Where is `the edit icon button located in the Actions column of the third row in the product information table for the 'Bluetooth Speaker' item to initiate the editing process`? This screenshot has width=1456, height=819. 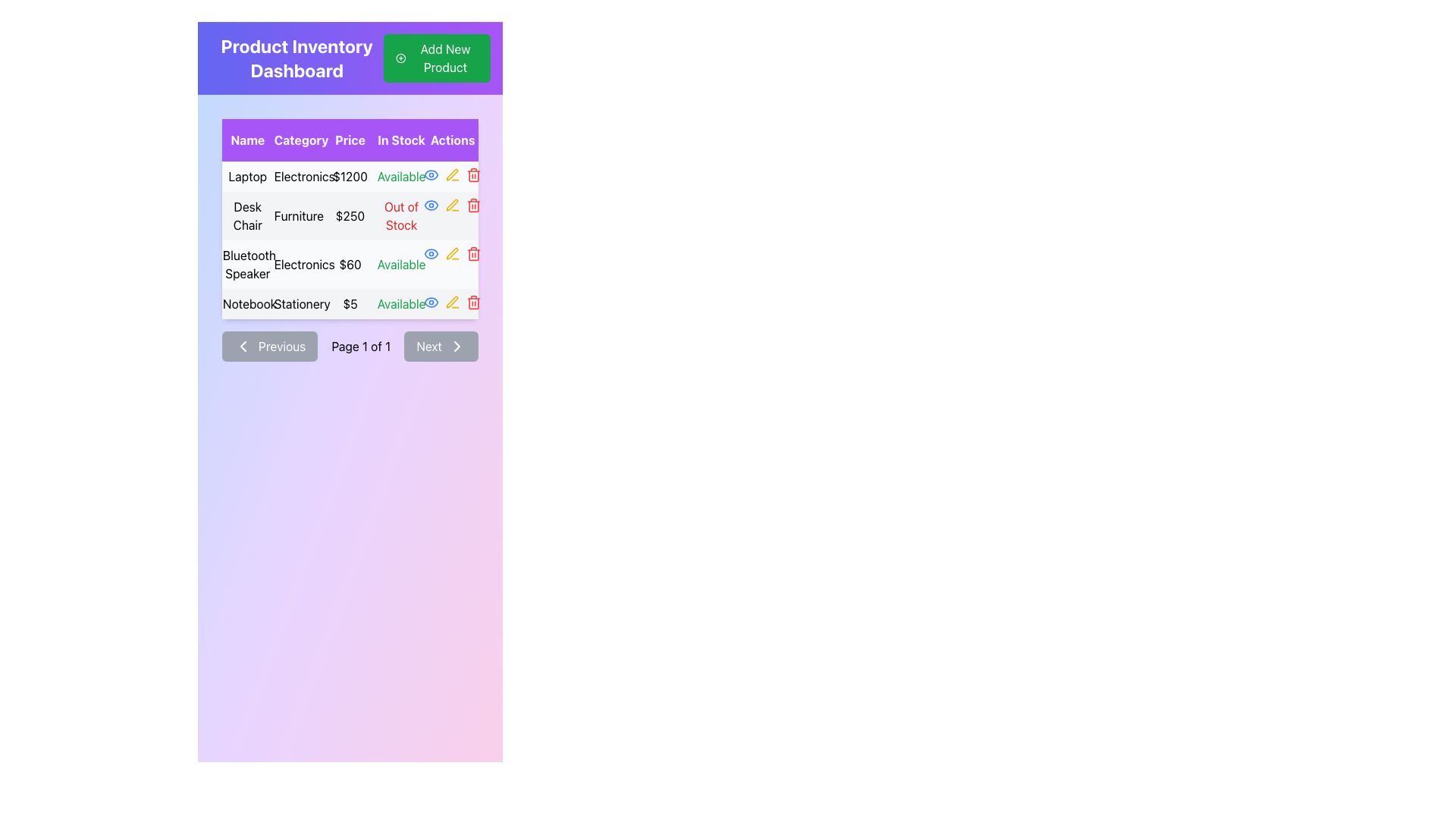 the edit icon button located in the Actions column of the third row in the product information table for the 'Bluetooth Speaker' item to initiate the editing process is located at coordinates (451, 253).